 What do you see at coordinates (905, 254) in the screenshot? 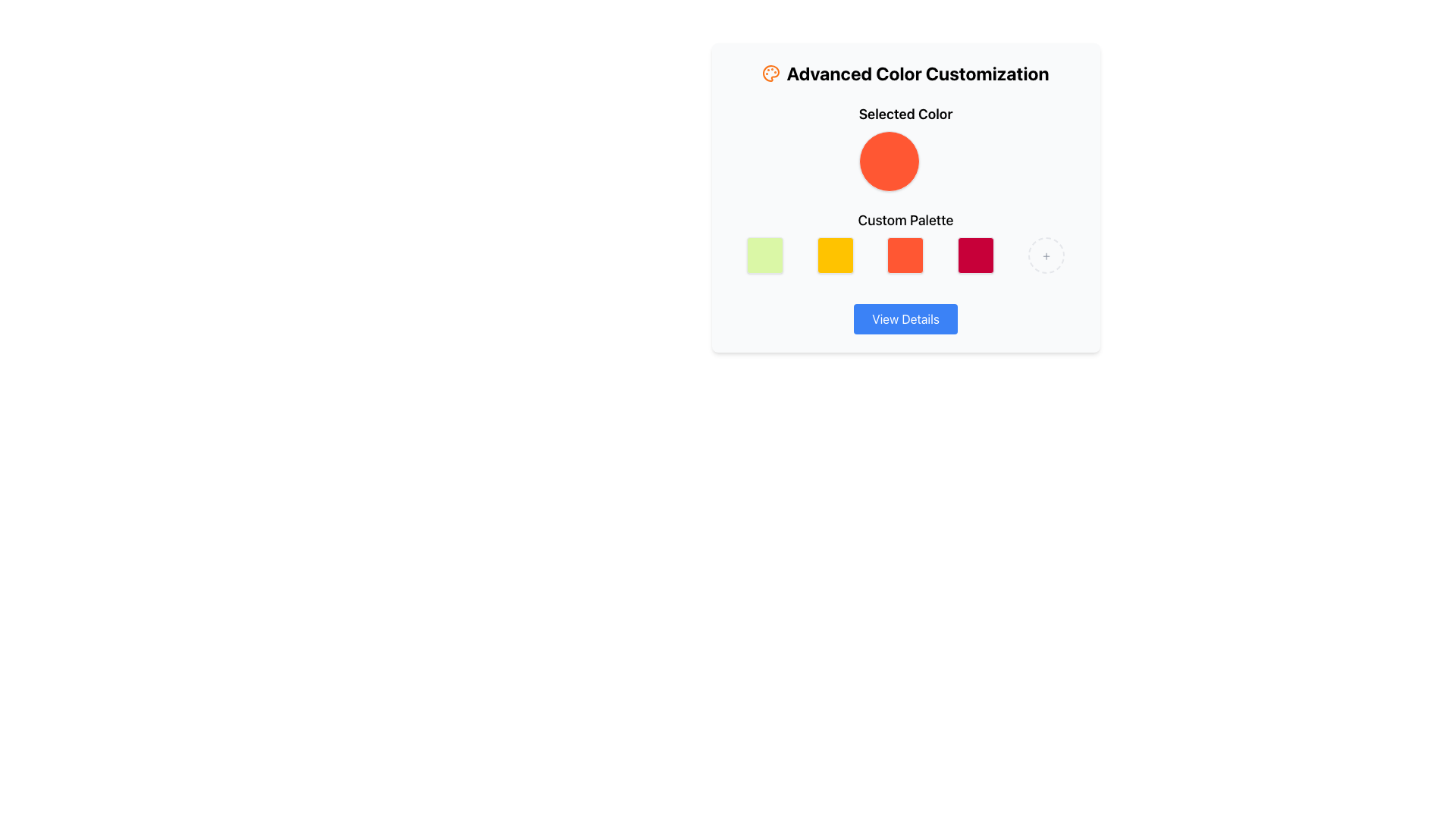
I see `the third selectable color swatch in the custom color palette` at bounding box center [905, 254].